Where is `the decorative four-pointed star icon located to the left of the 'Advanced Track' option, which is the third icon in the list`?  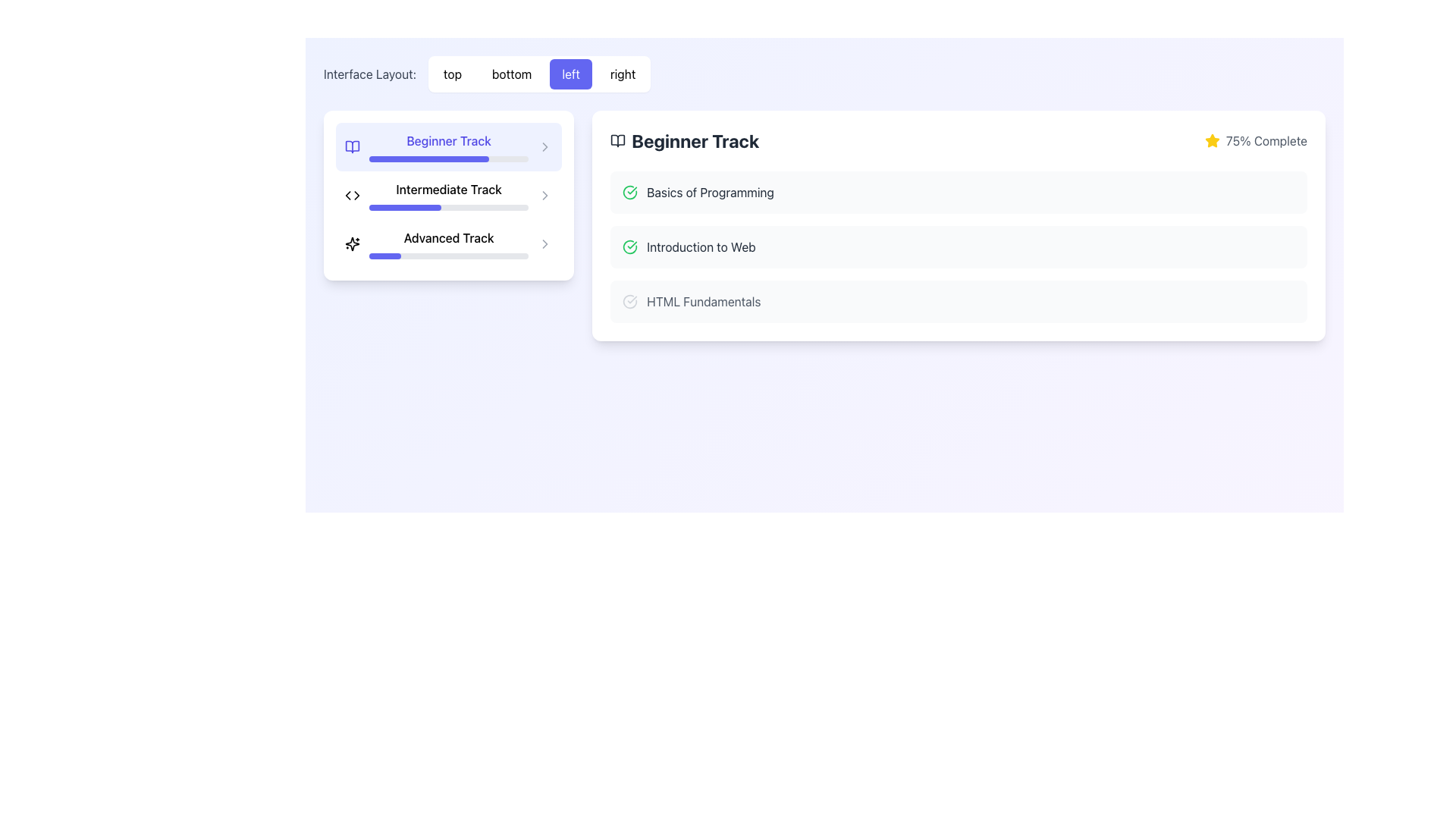 the decorative four-pointed star icon located to the left of the 'Advanced Track' option, which is the third icon in the list is located at coordinates (352, 243).